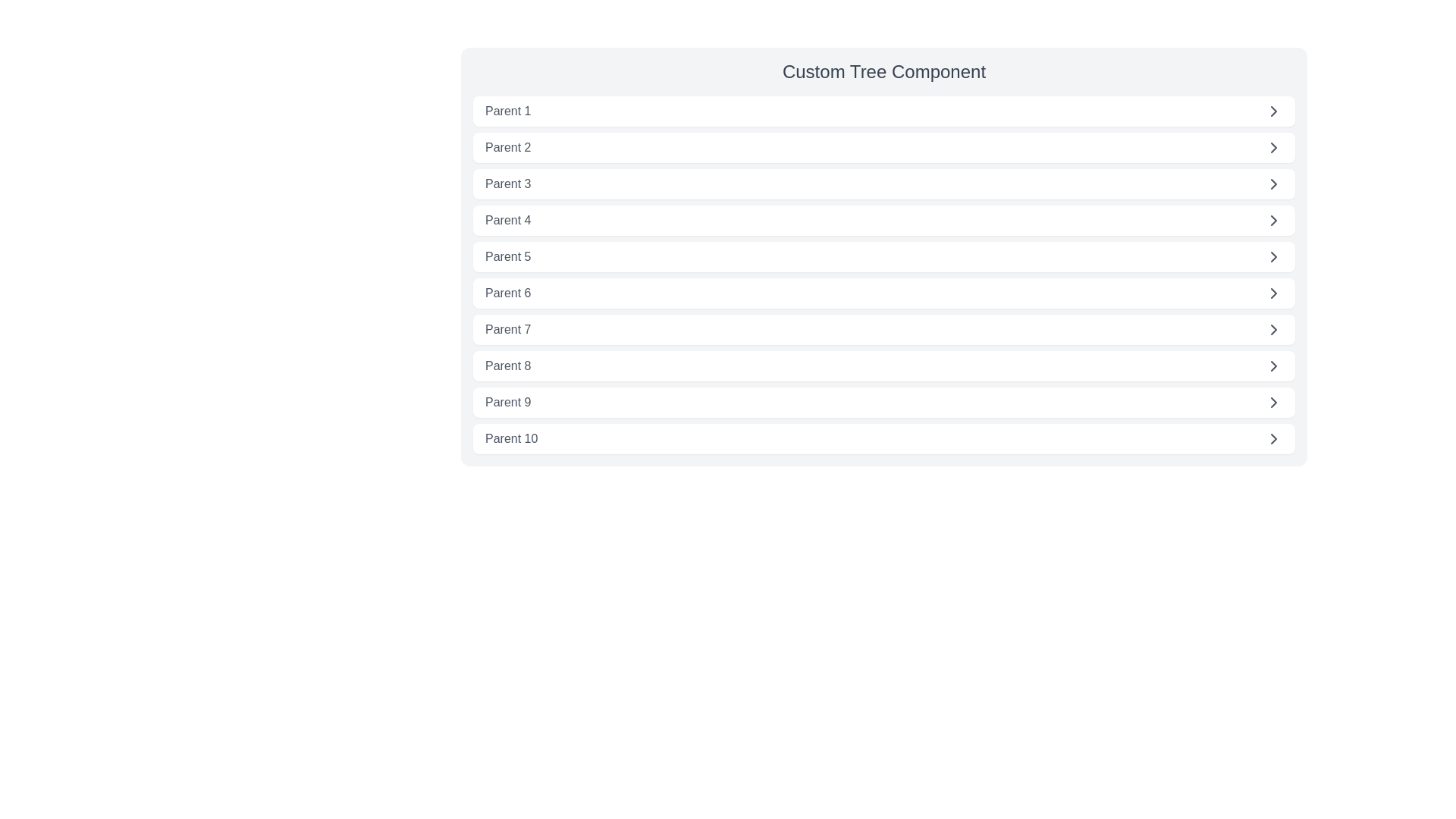  Describe the element at coordinates (884, 438) in the screenshot. I see `the last list item in the 'Custom Tree Component'` at that location.